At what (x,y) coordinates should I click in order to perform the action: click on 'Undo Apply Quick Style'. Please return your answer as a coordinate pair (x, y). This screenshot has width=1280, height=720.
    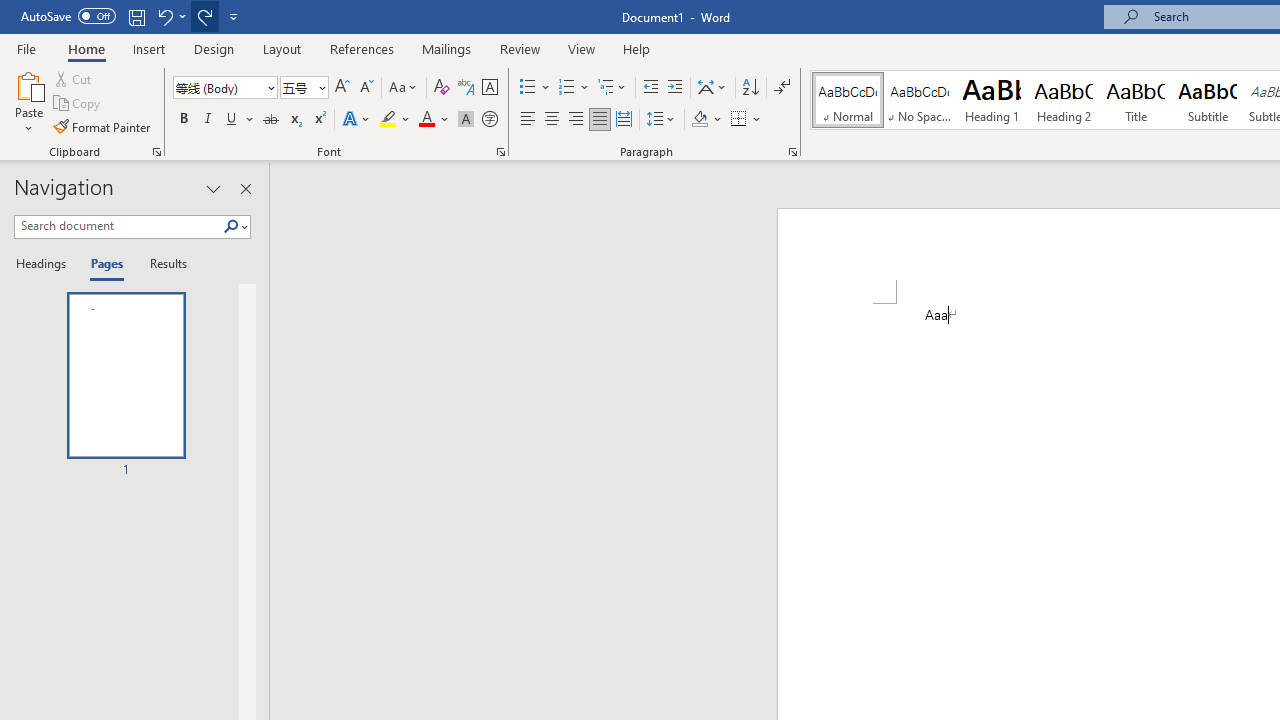
    Looking at the image, I should click on (164, 16).